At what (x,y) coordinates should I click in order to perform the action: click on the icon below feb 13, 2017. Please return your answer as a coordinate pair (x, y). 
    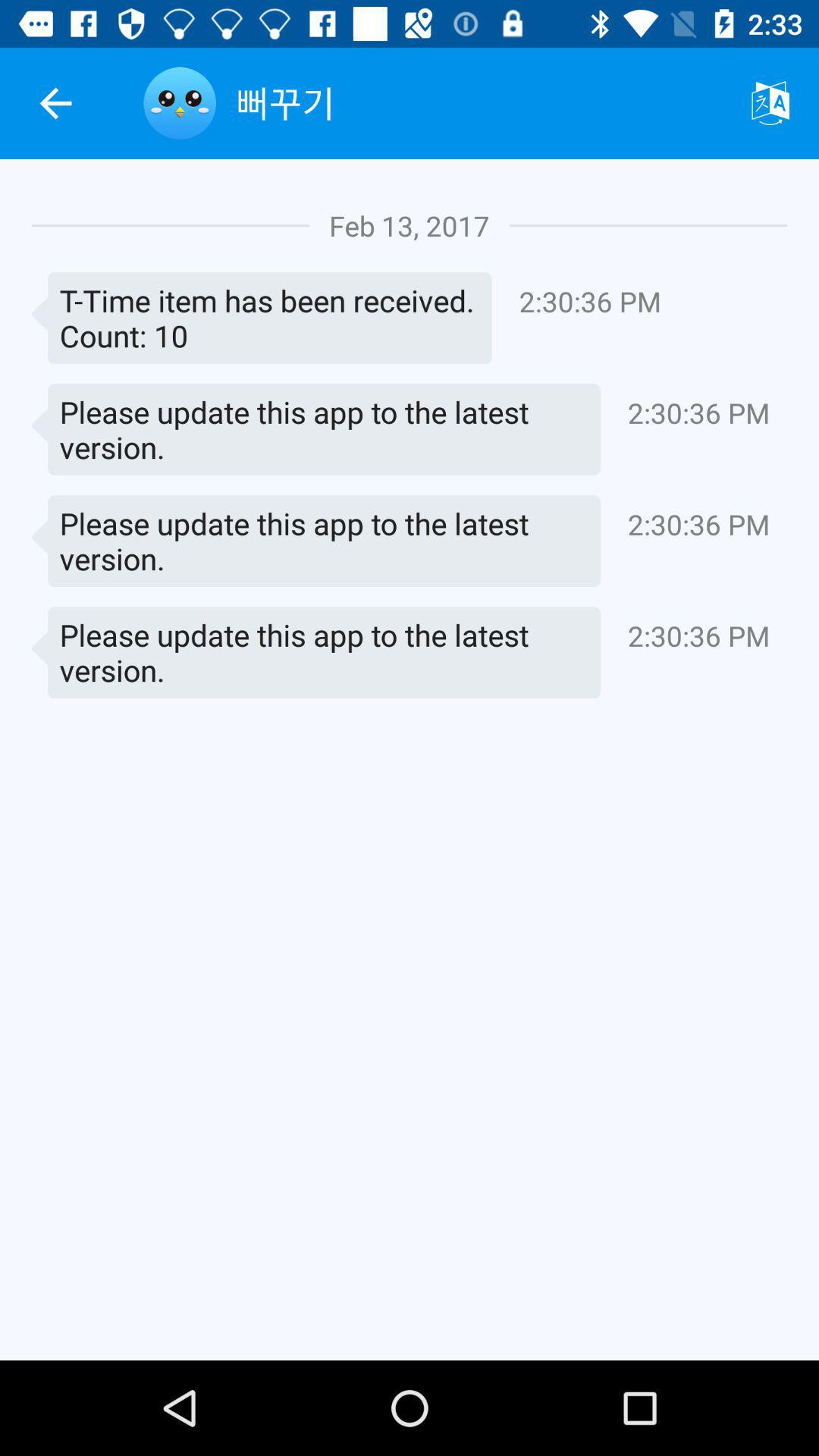
    Looking at the image, I should click on (261, 317).